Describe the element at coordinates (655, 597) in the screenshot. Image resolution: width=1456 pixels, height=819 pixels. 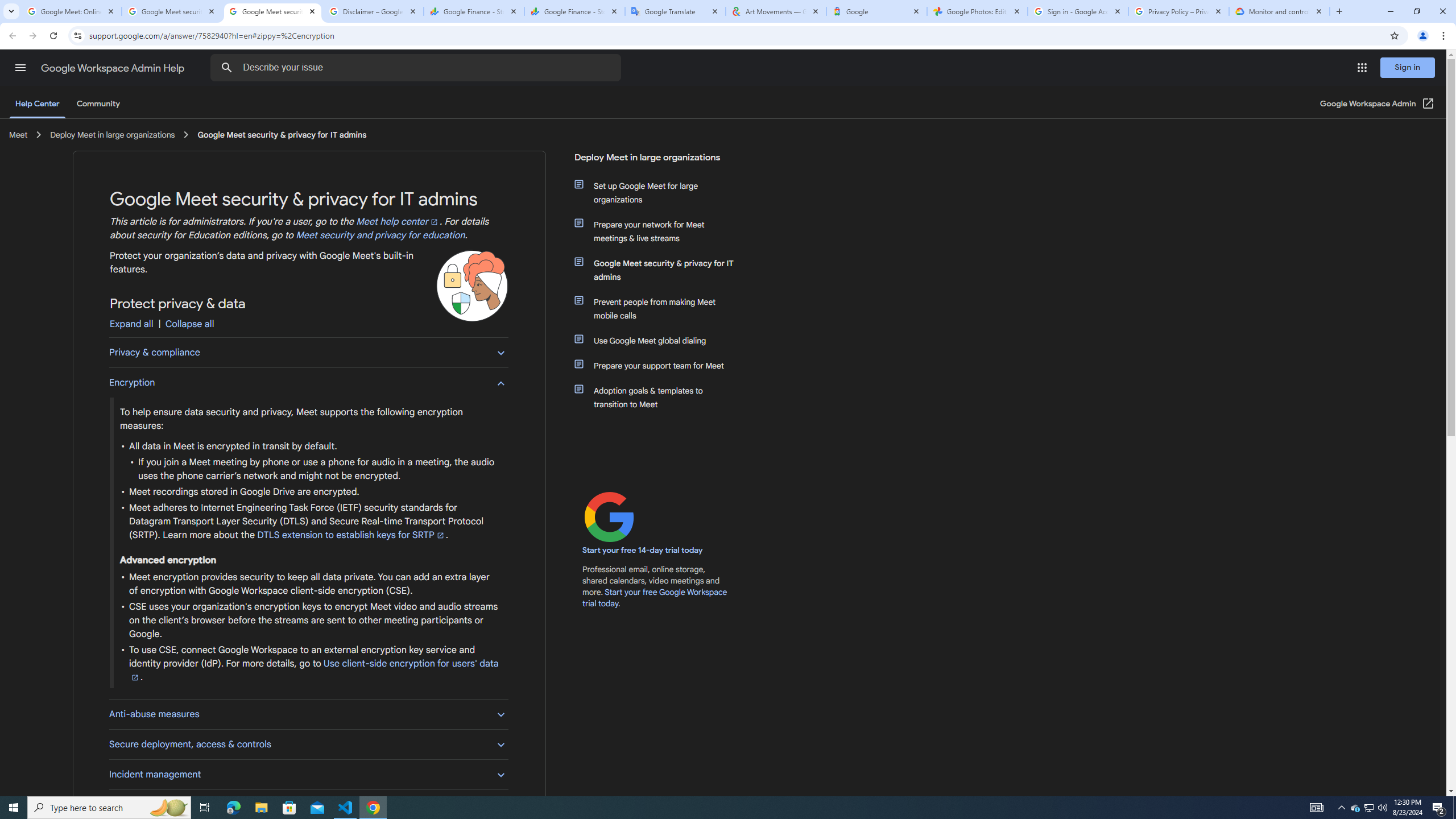
I see `'Start your free Google Workspace trial today'` at that location.